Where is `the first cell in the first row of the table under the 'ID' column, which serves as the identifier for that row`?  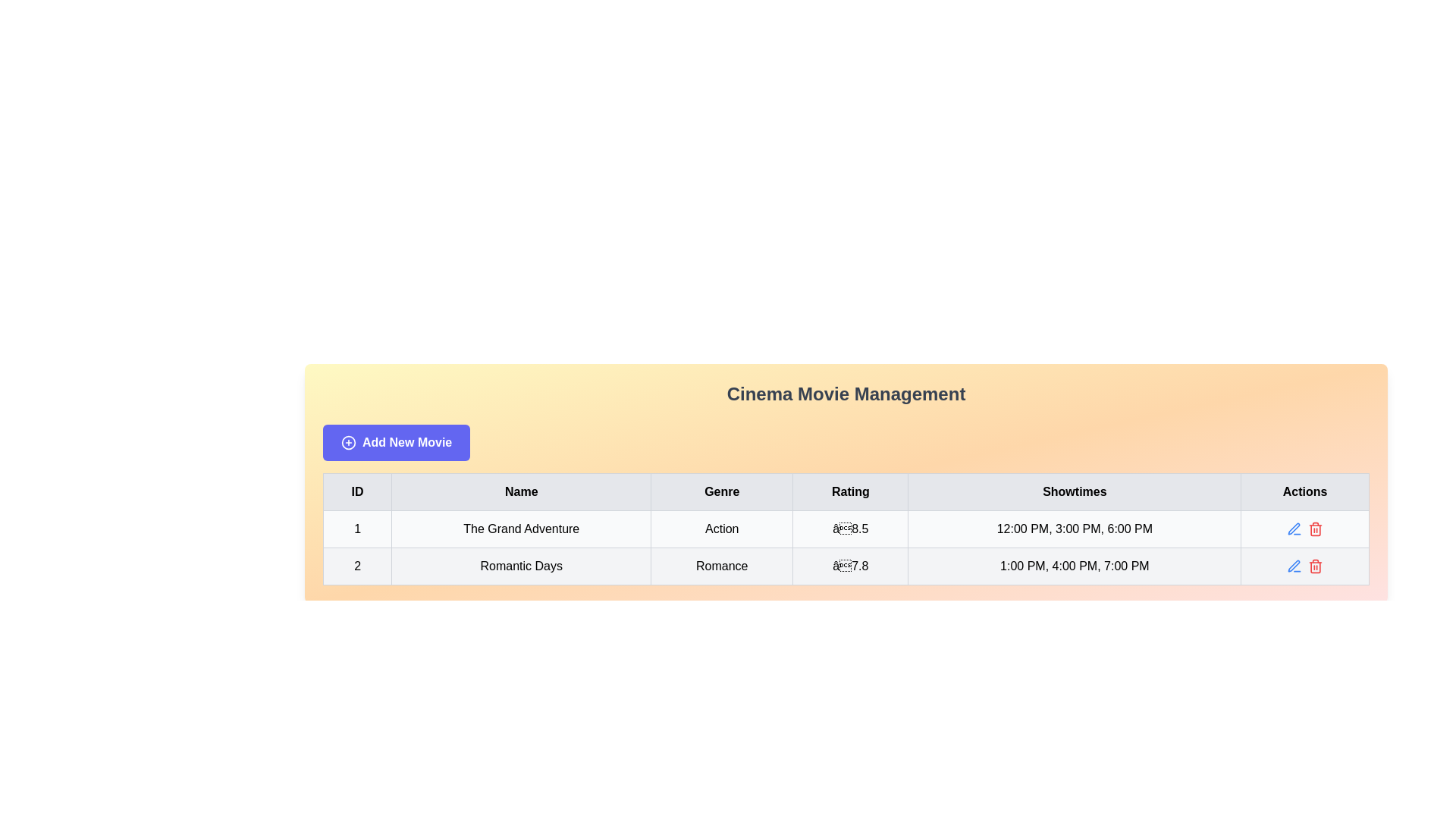 the first cell in the first row of the table under the 'ID' column, which serves as the identifier for that row is located at coordinates (356, 529).